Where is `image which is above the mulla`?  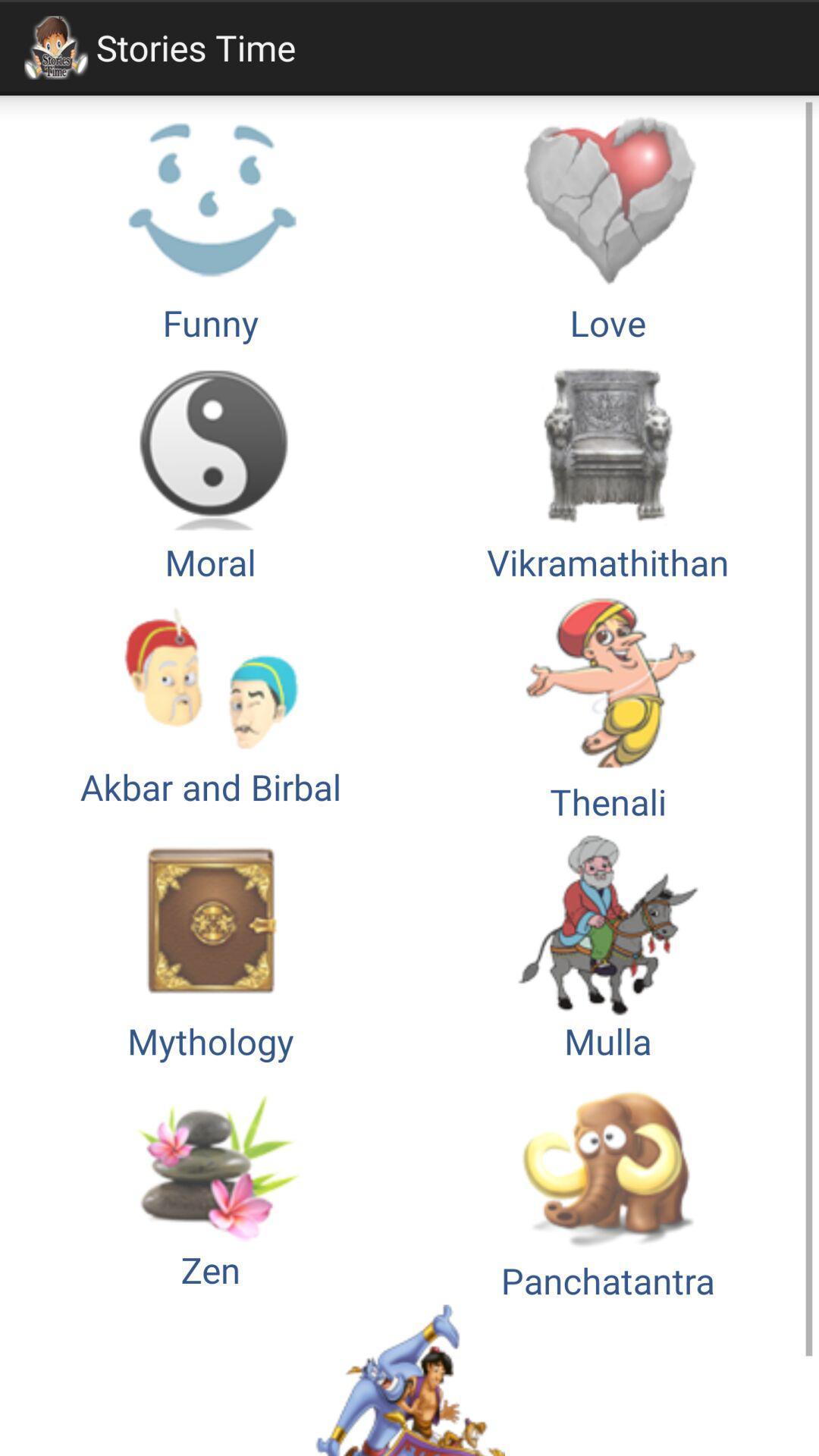 image which is above the mulla is located at coordinates (607, 705).